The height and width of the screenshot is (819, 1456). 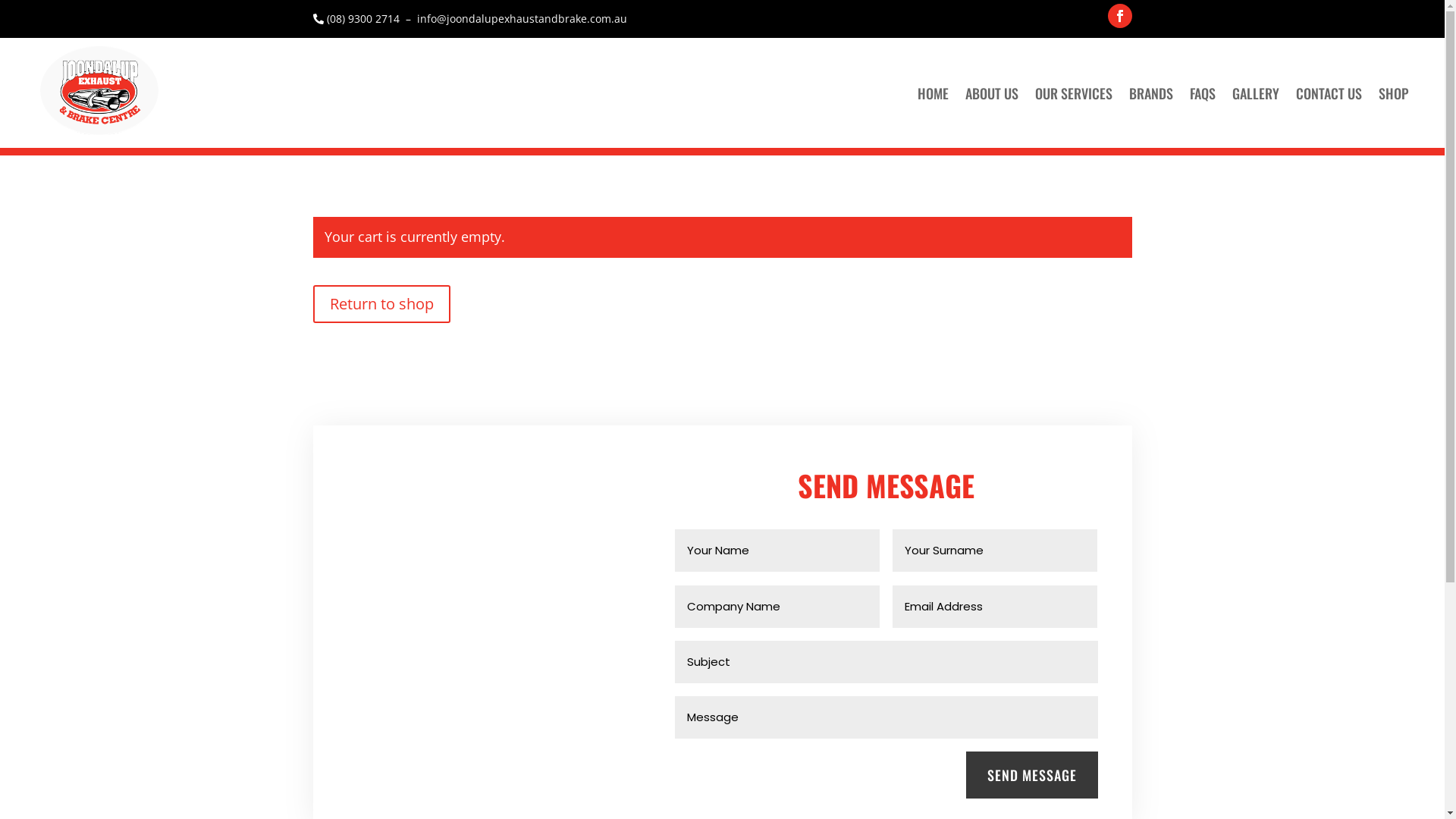 I want to click on 'SEND MESSAGE', so click(x=1031, y=774).